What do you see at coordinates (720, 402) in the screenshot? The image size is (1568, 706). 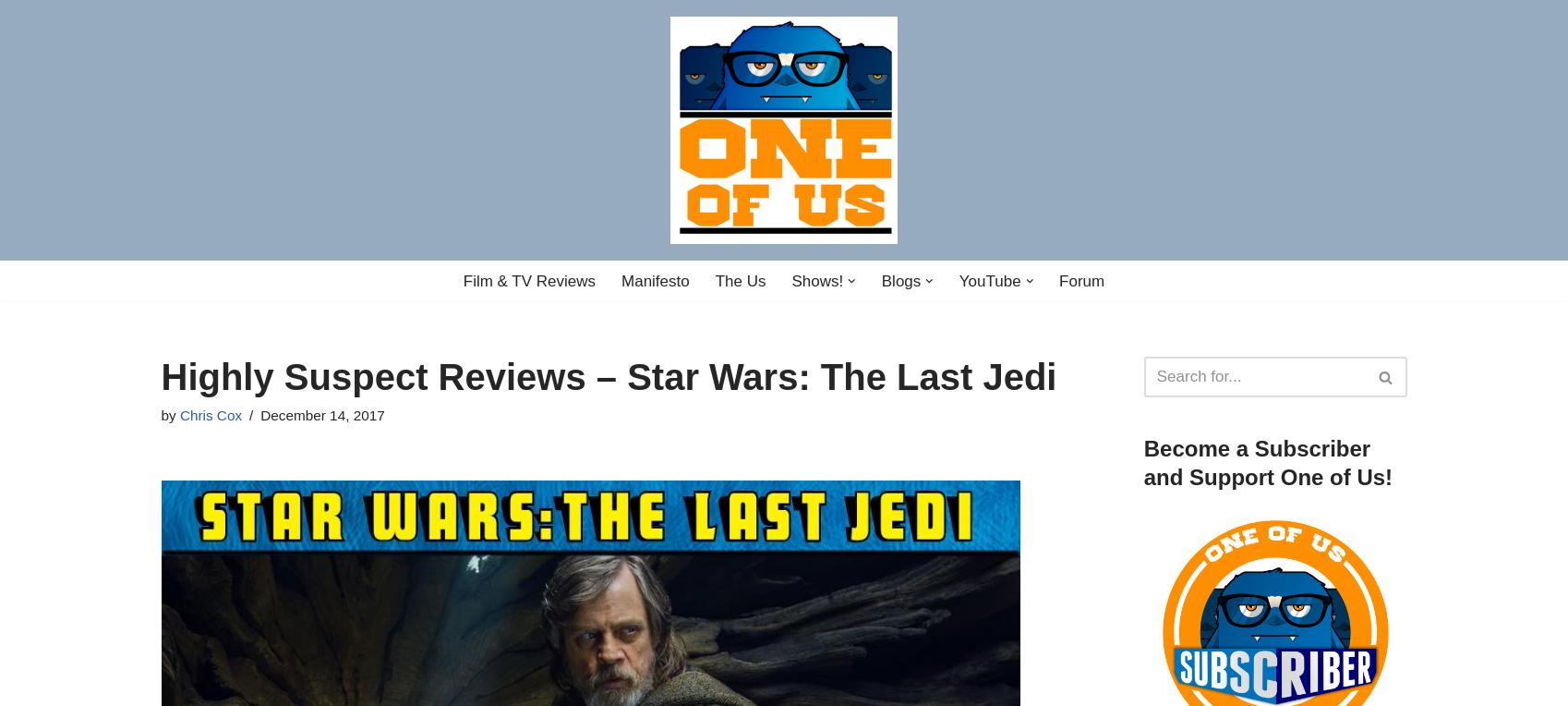 I see `'Digital Noise'` at bounding box center [720, 402].